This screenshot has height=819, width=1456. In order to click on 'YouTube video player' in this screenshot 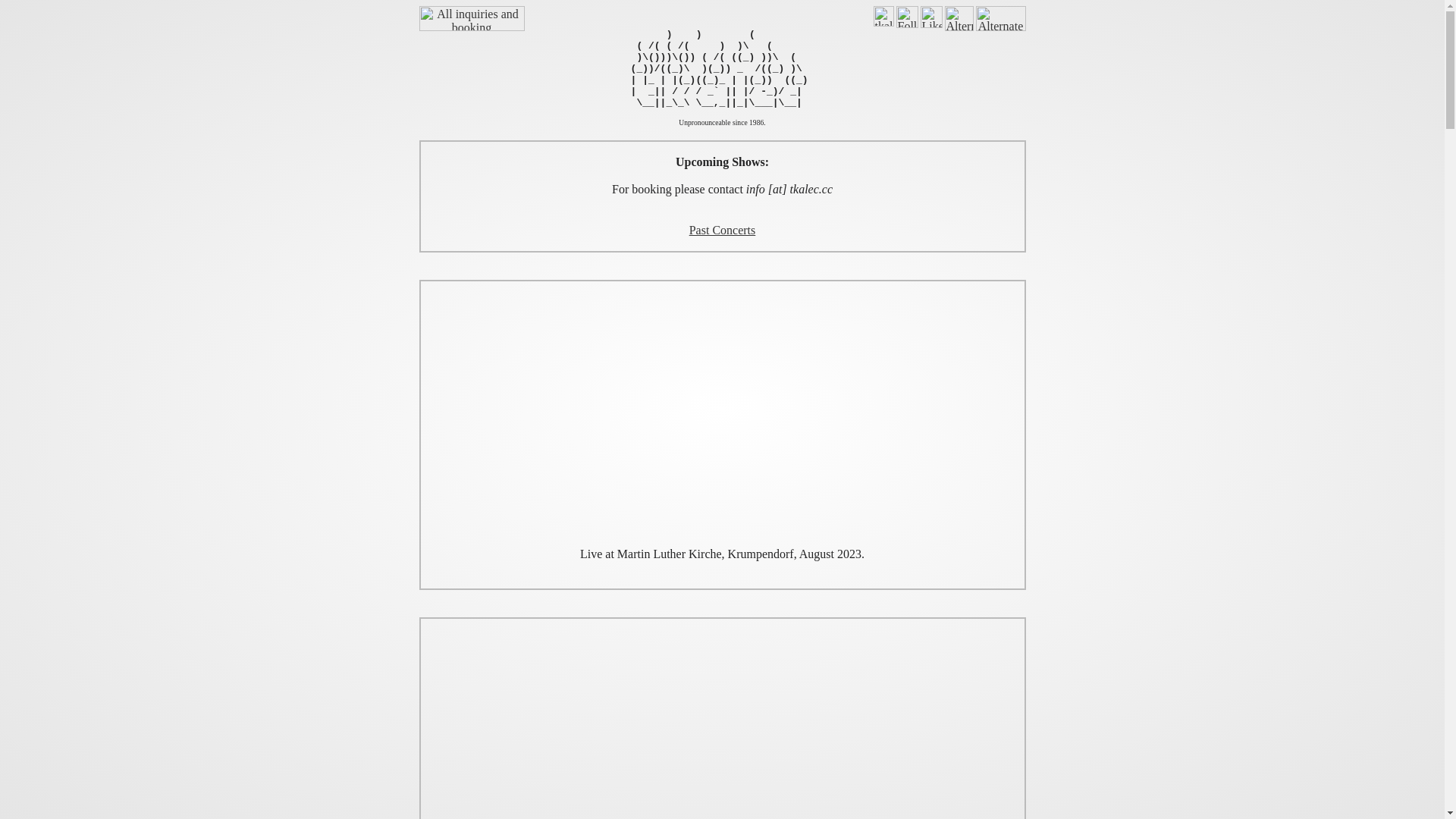, I will do `click(720, 414)`.